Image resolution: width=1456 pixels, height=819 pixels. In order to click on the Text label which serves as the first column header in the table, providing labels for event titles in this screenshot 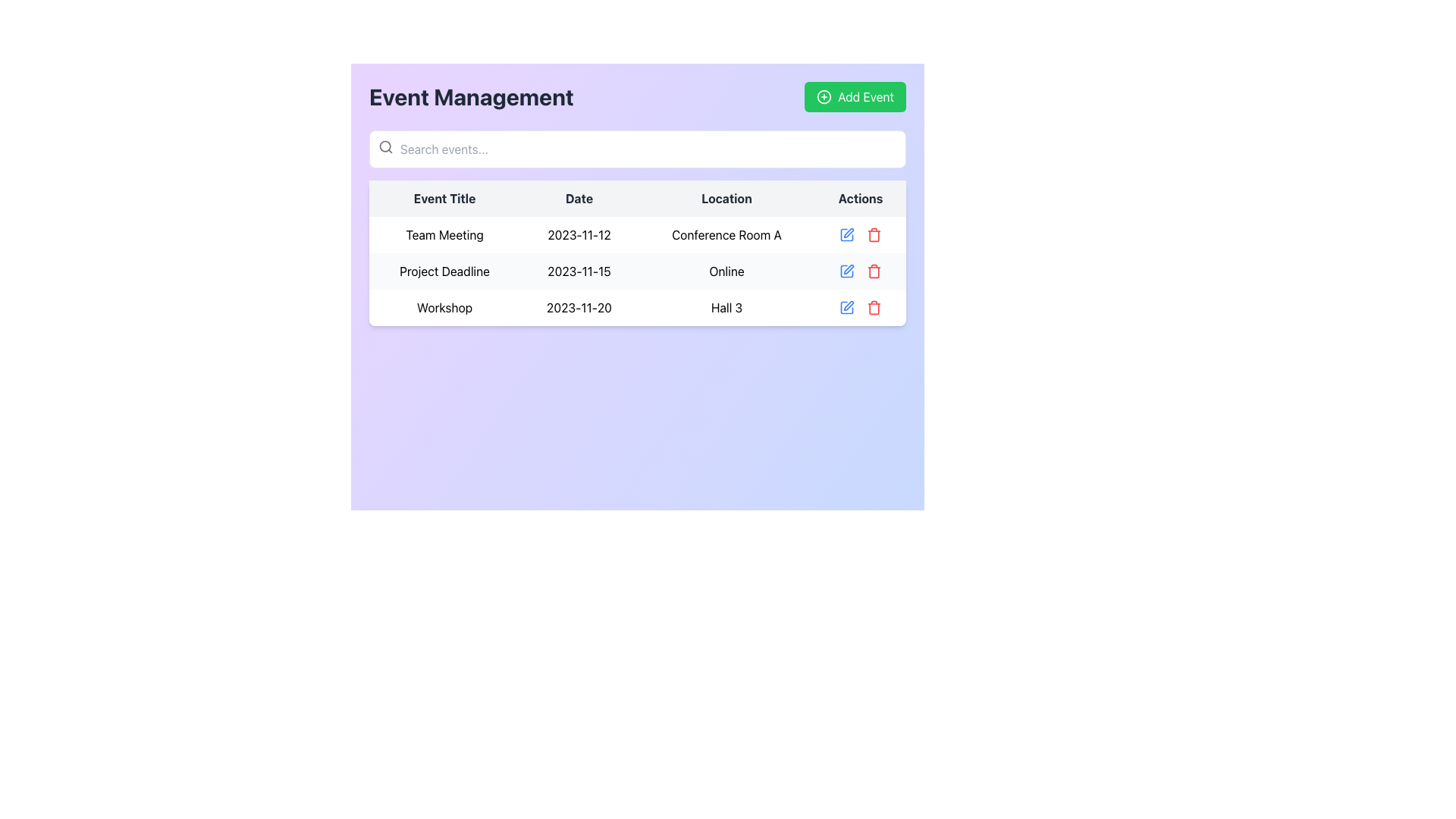, I will do `click(444, 198)`.